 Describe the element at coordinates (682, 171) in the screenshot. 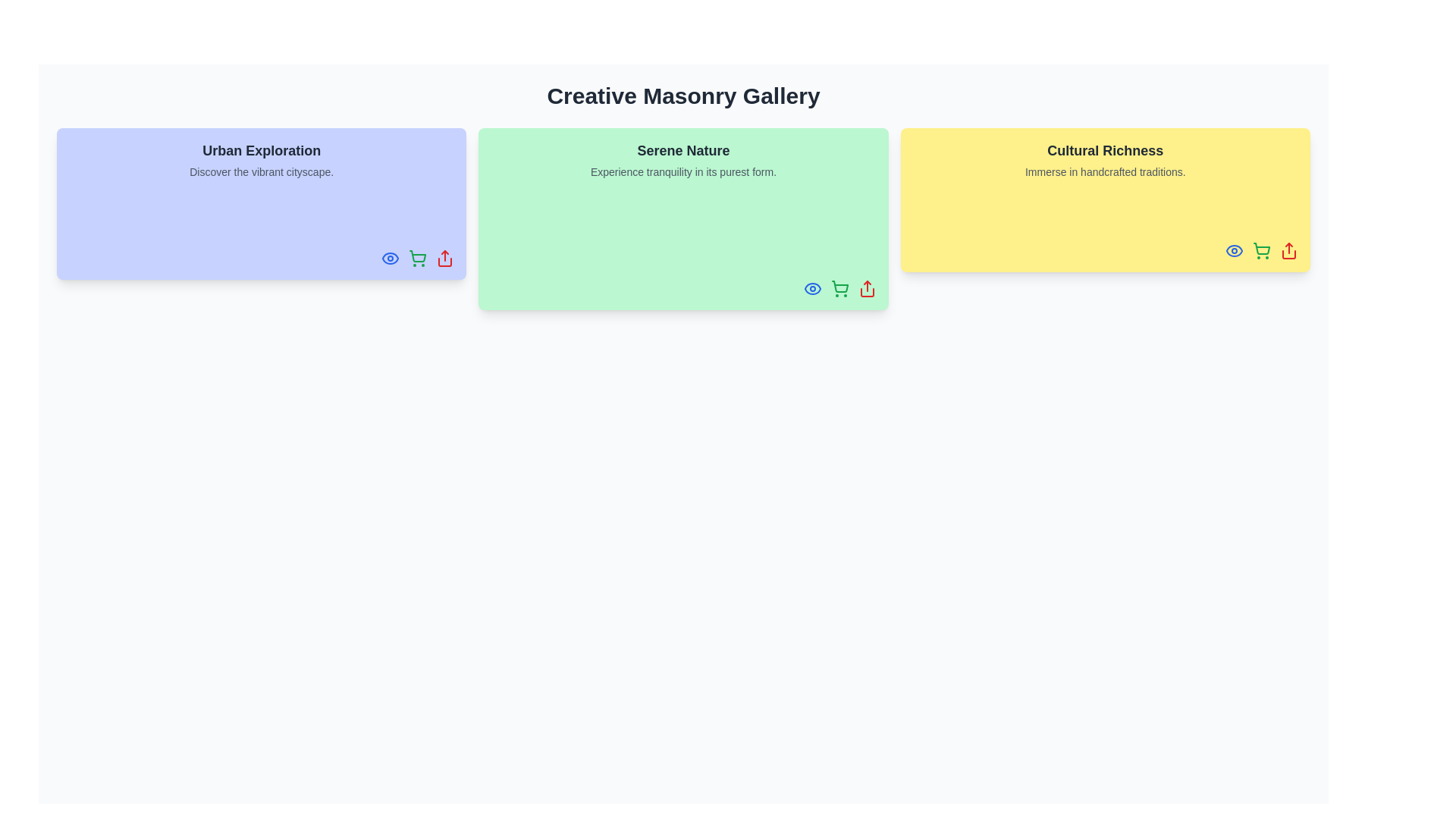

I see `the text label that reads 'Experience tranquility in its purest form.', which is styled in a small gray font and centered beneath the bold text 'Serene Nature'` at that location.